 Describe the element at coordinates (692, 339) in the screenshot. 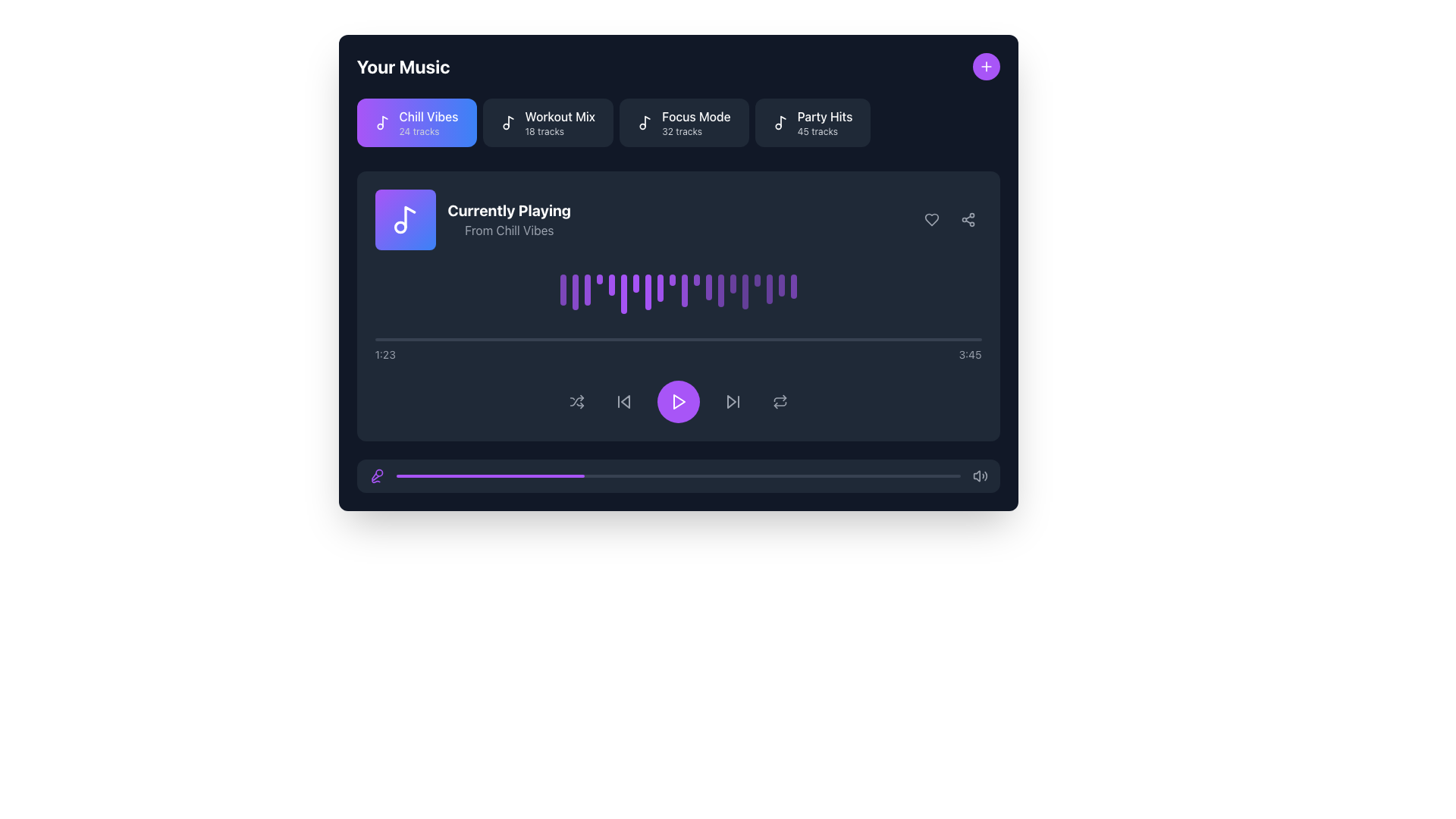

I see `playback time` at that location.